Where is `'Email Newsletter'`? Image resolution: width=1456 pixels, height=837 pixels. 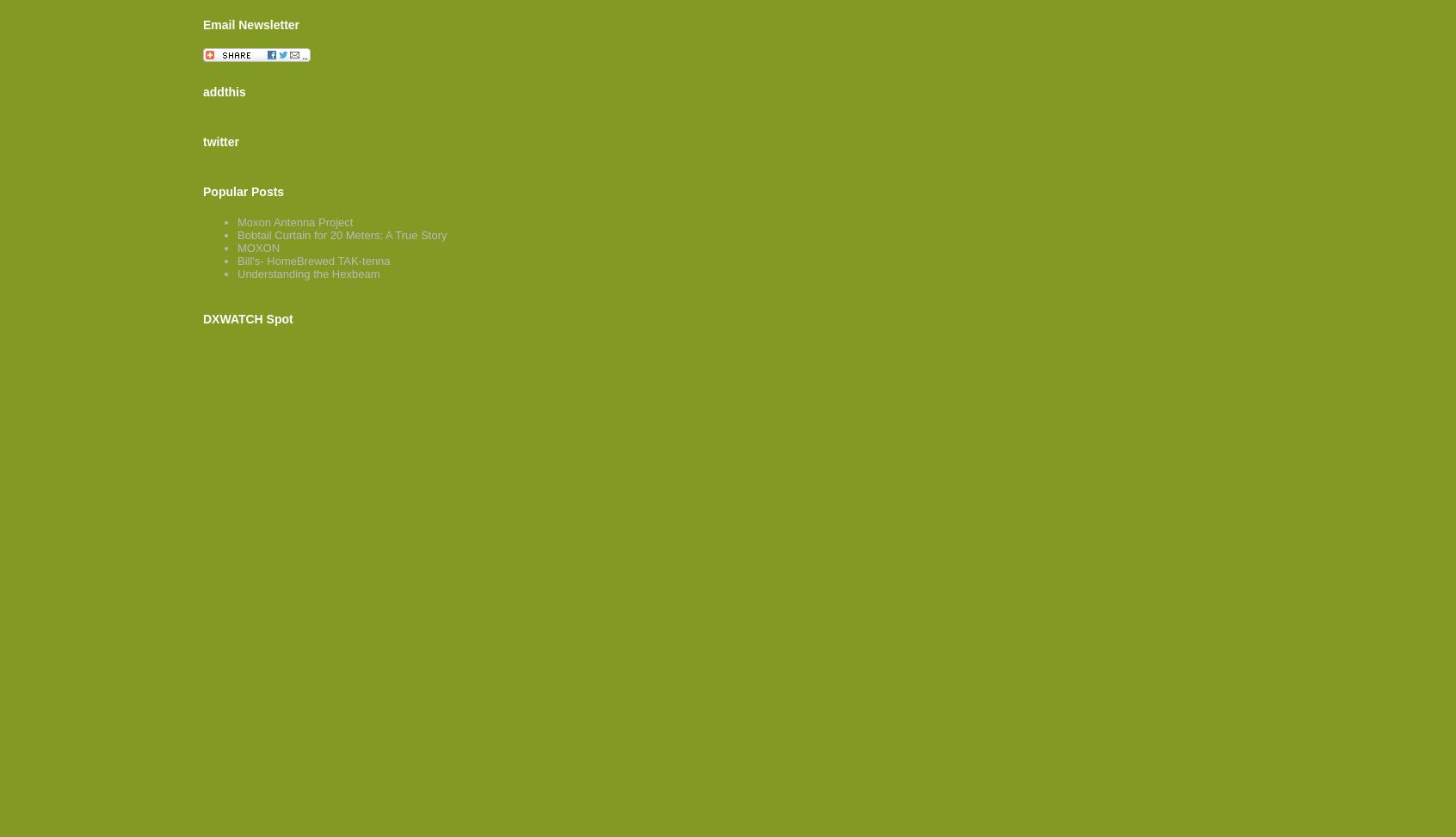 'Email Newsletter' is located at coordinates (250, 24).